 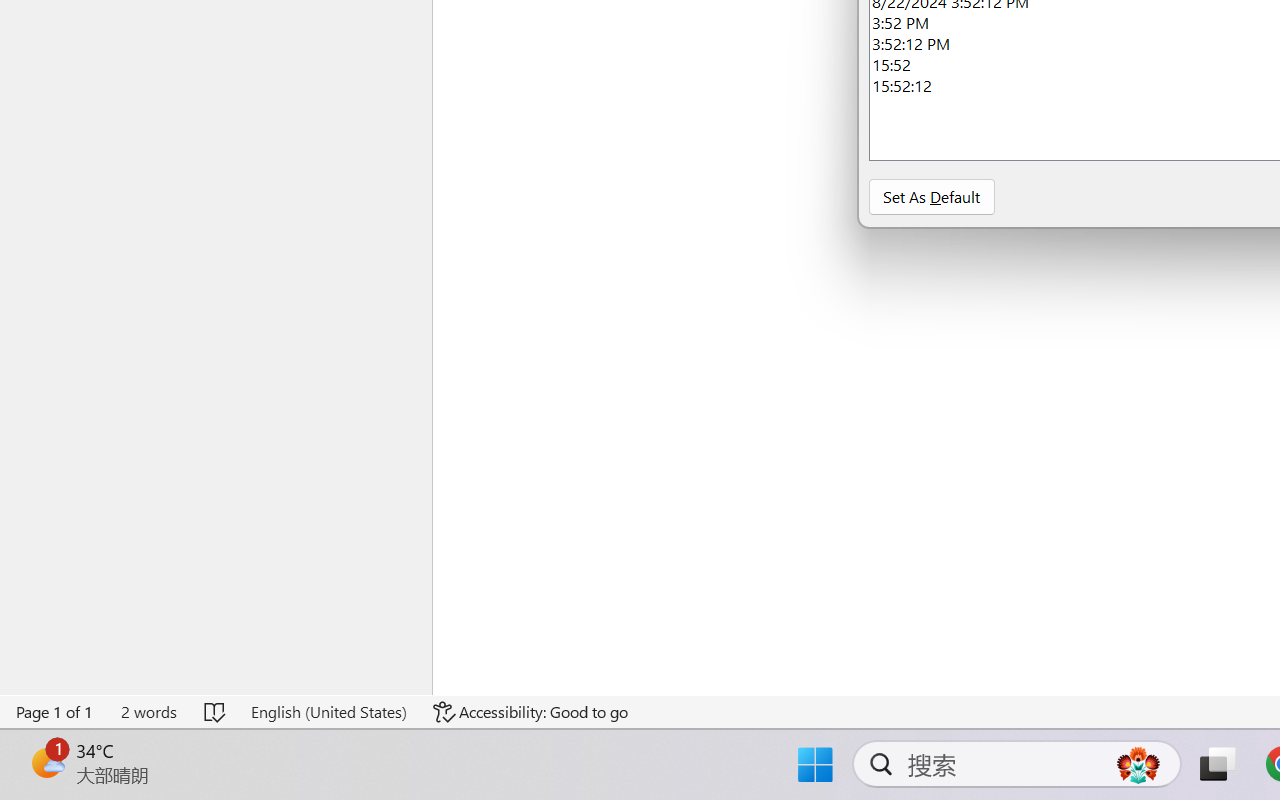 I want to click on 'Page Number Page 1 of 1', so click(x=55, y=711).